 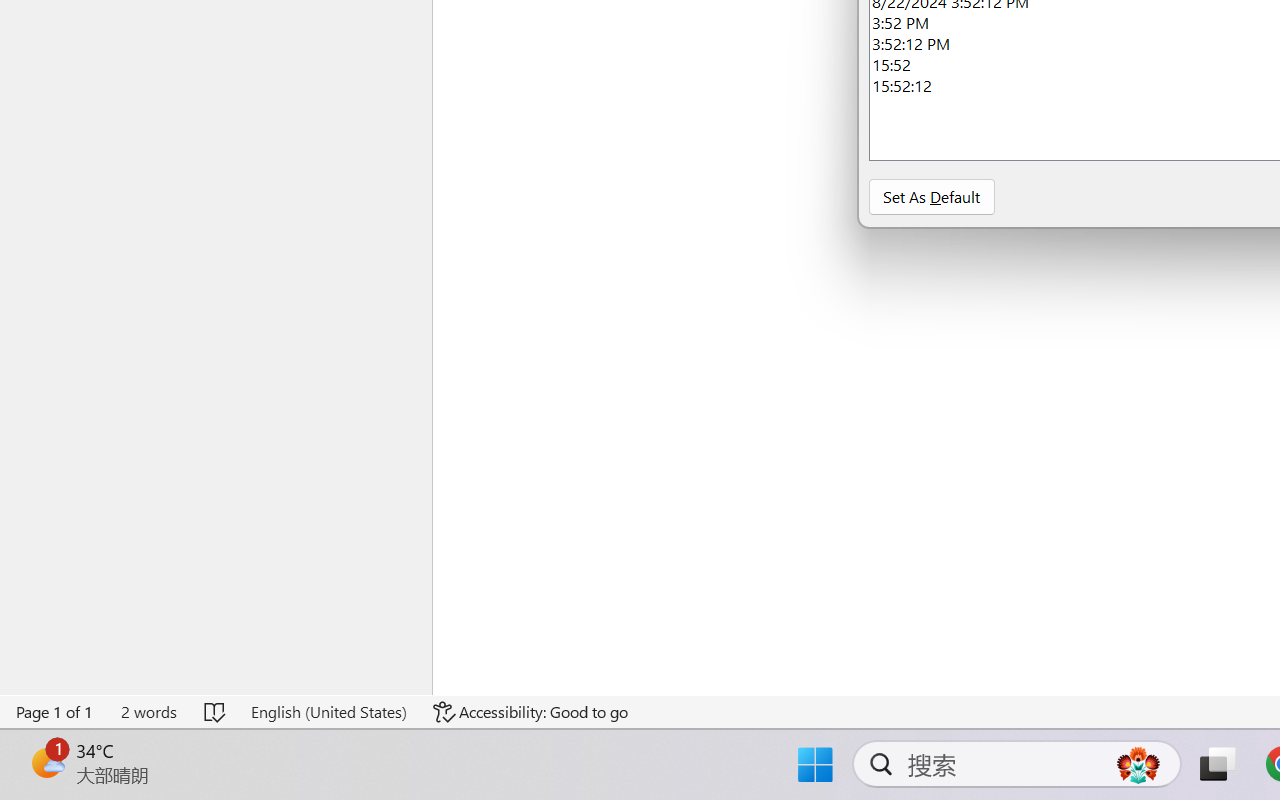 I want to click on 'Page Number Page 1 of 1', so click(x=55, y=711).